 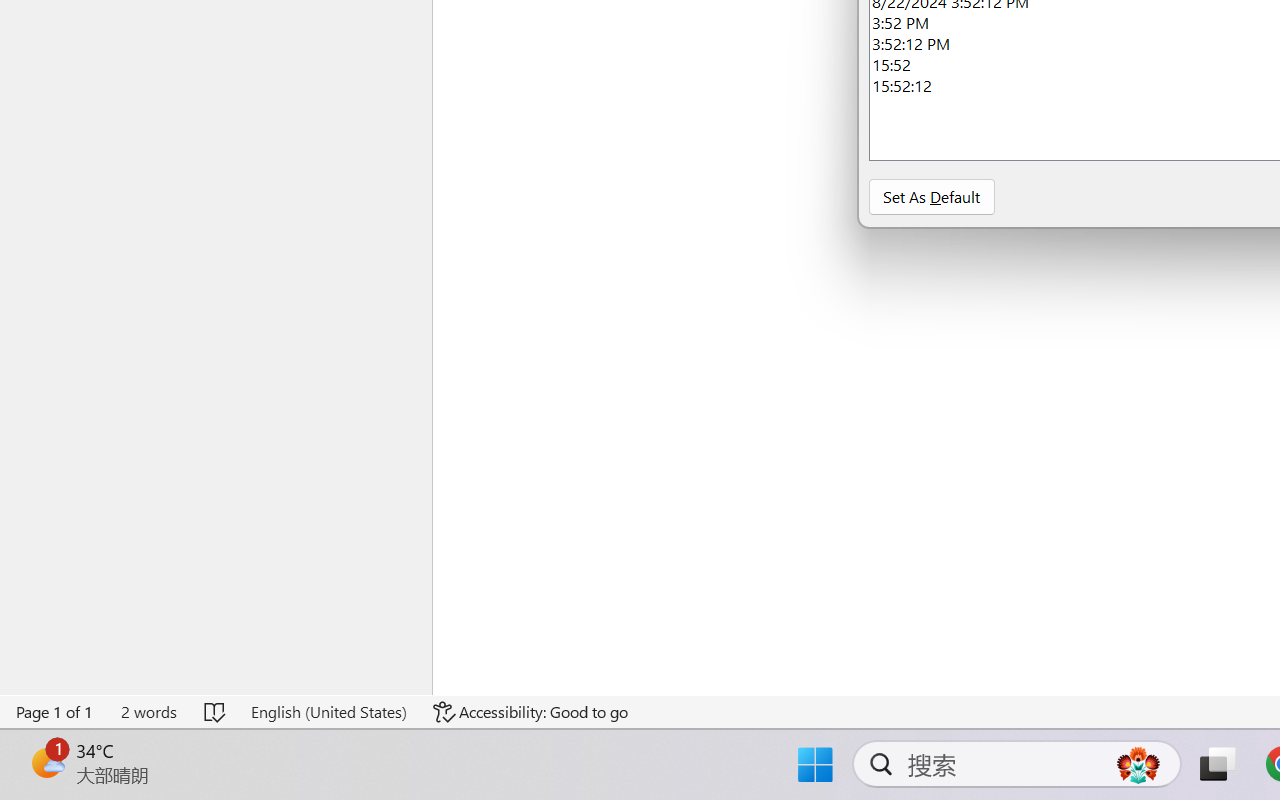 I want to click on 'Page Number Page 1 of 1', so click(x=55, y=711).